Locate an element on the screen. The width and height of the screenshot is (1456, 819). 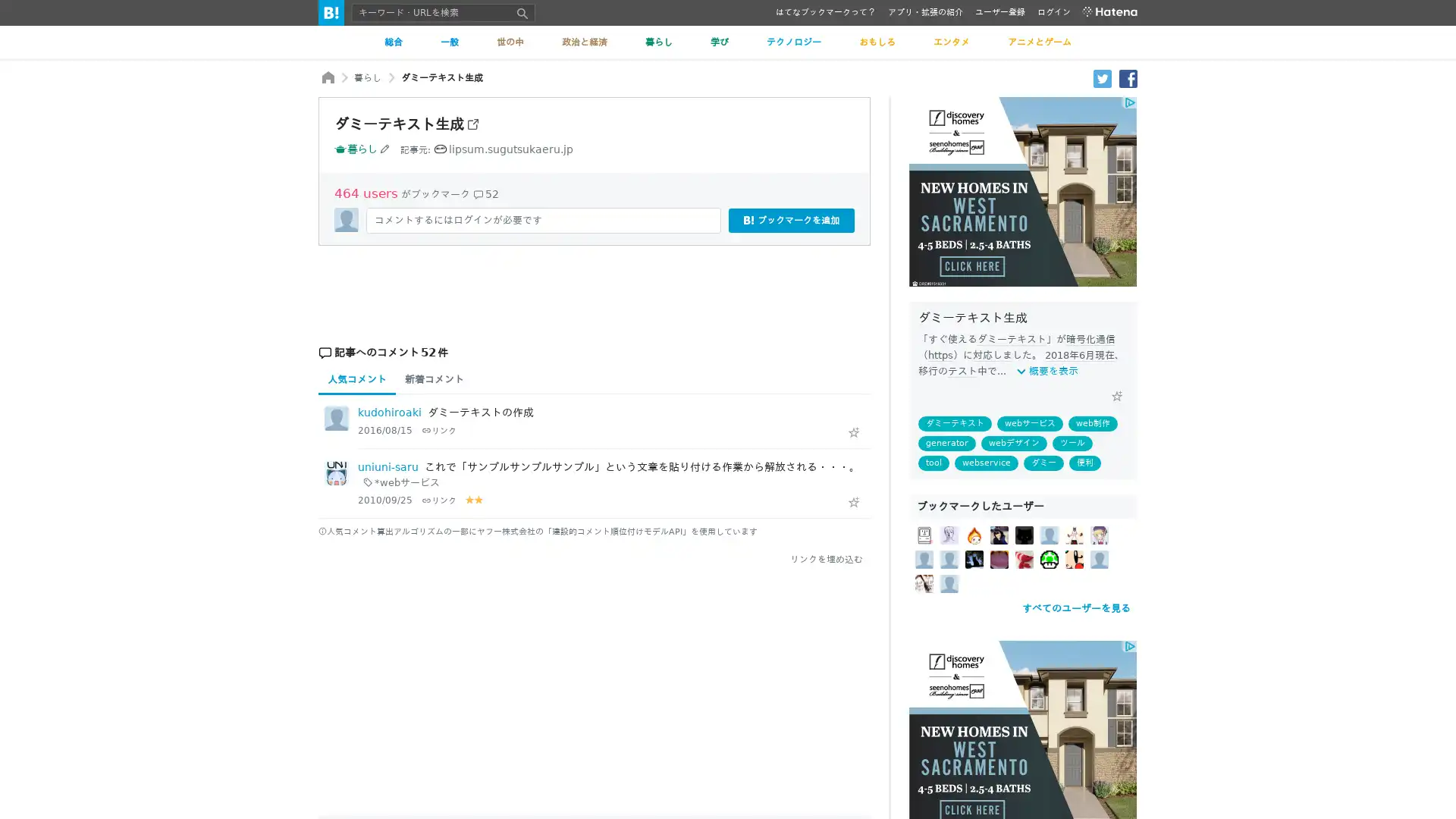
Add Star is located at coordinates (854, 502).